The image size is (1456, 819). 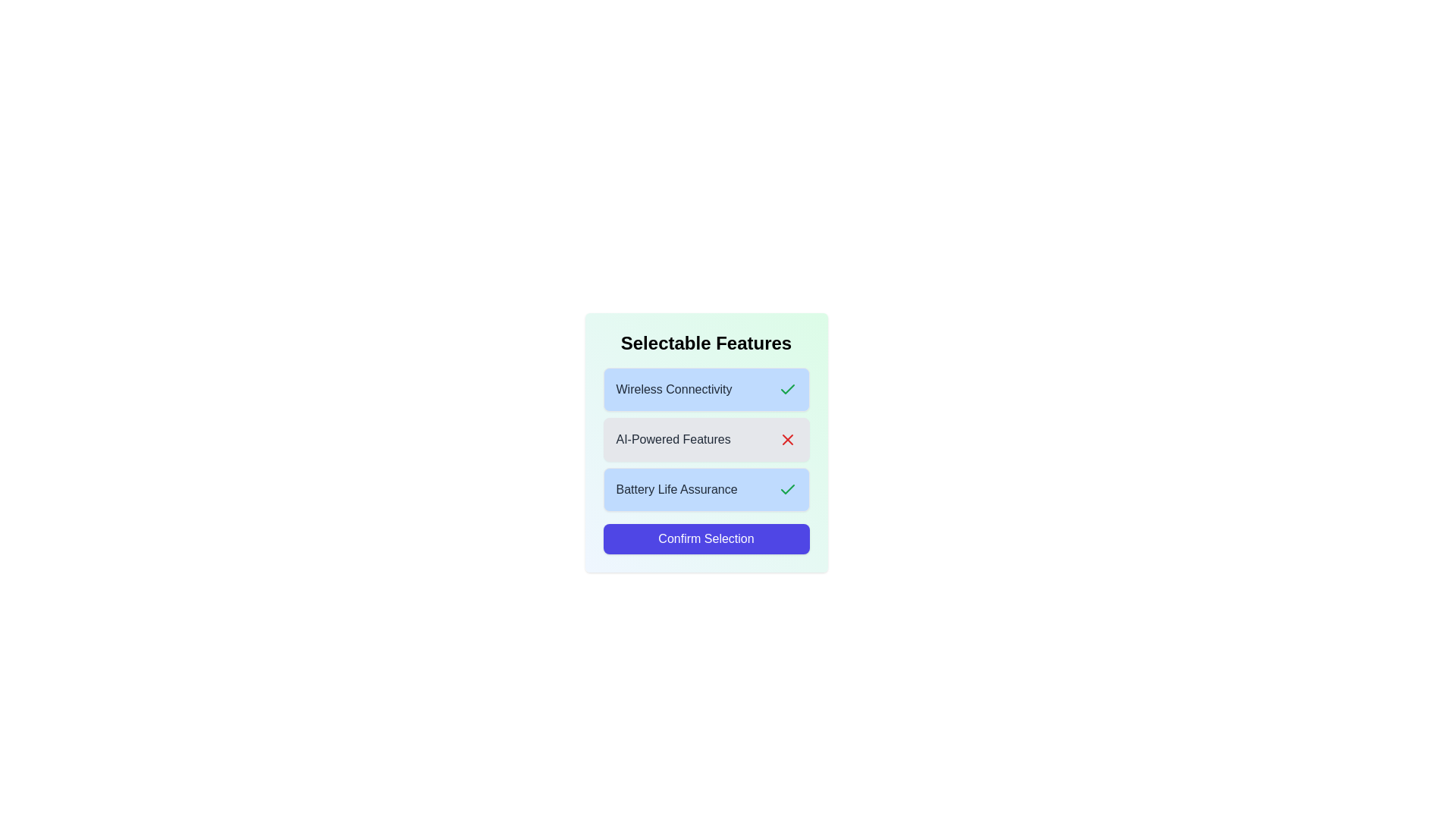 What do you see at coordinates (705, 439) in the screenshot?
I see `the selectable list item labeled 'AI-Powered Features' which has a dismiss action represented by a red 'X' icon on the right` at bounding box center [705, 439].